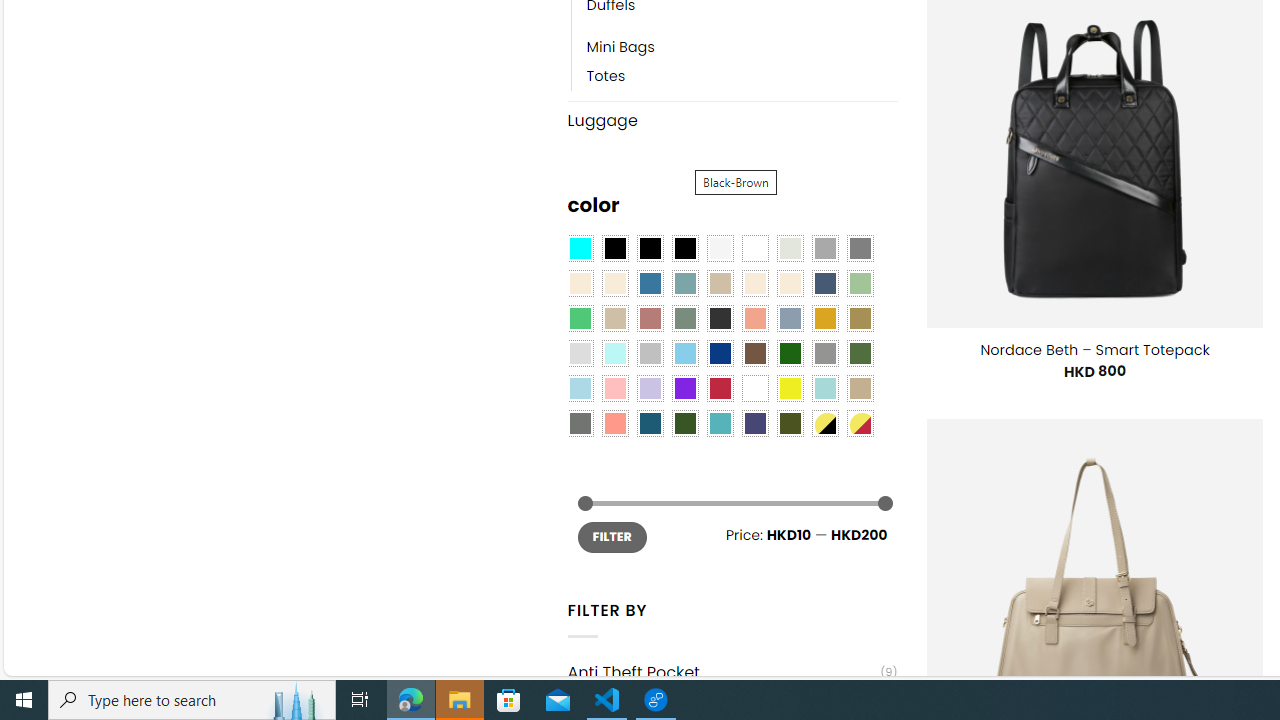 The image size is (1280, 720). What do you see at coordinates (741, 76) in the screenshot?
I see `'Totes'` at bounding box center [741, 76].